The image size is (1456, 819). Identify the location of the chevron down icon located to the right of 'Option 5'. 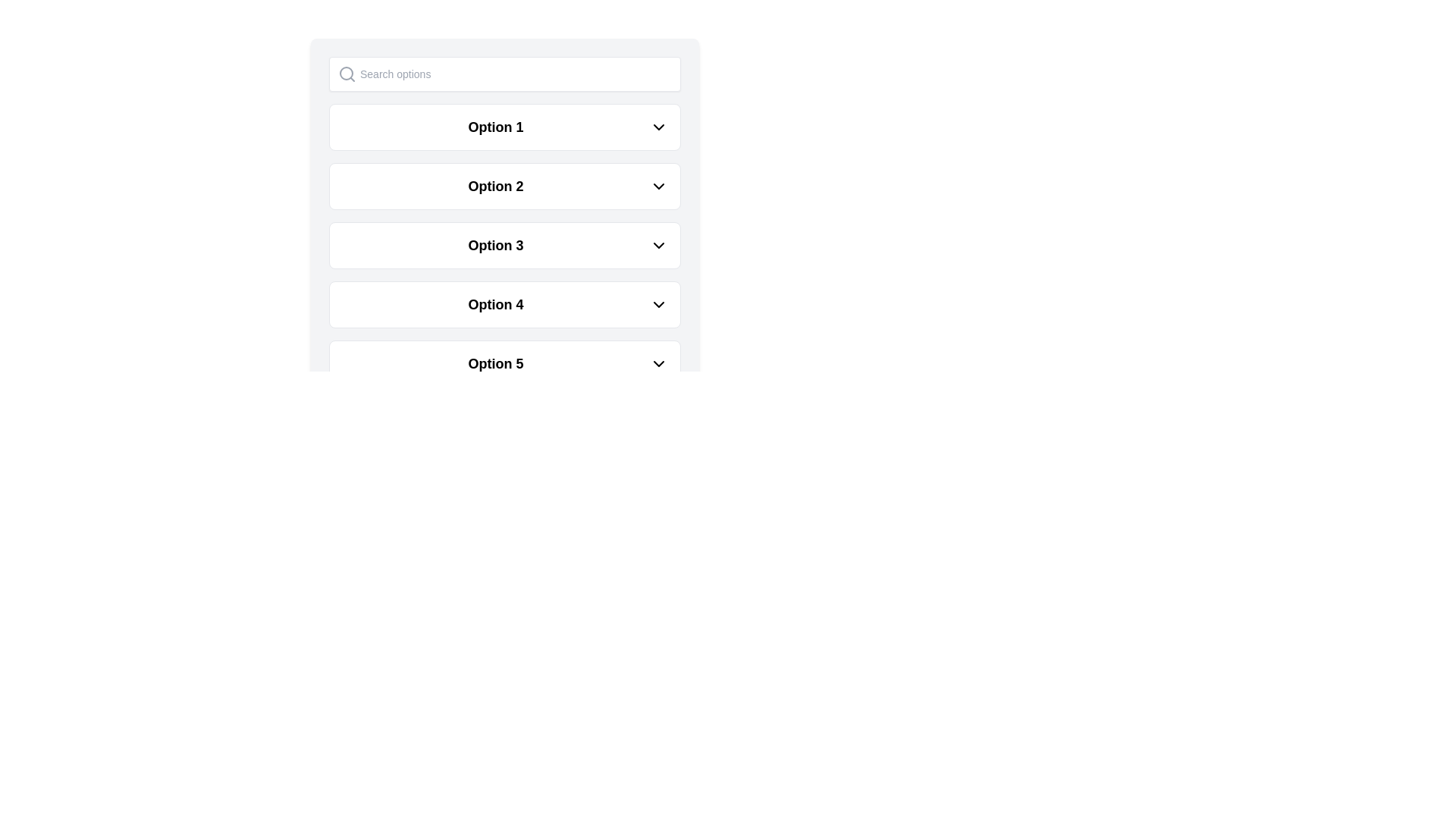
(658, 363).